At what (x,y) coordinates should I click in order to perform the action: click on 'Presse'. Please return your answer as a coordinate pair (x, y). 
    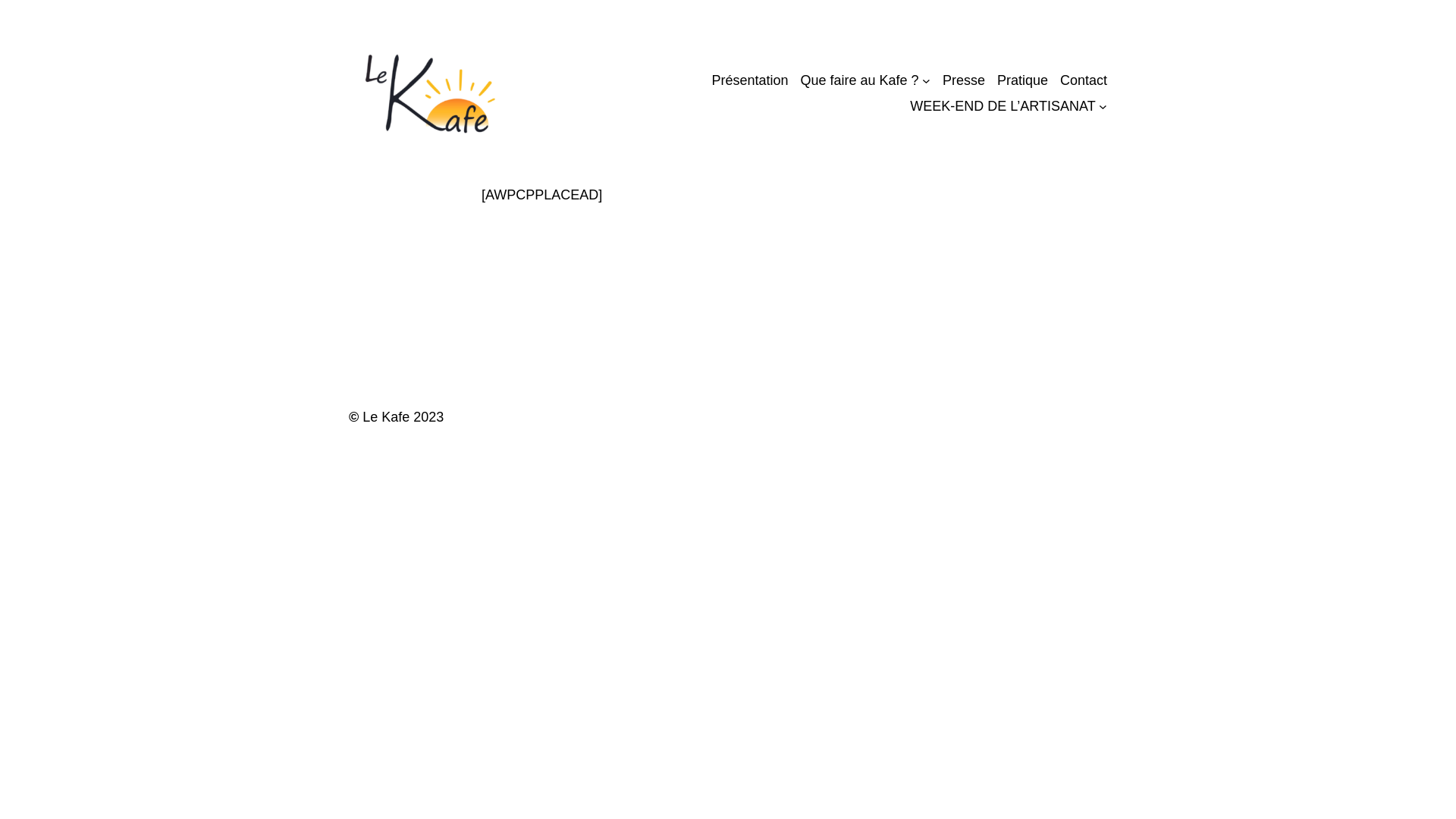
    Looking at the image, I should click on (963, 80).